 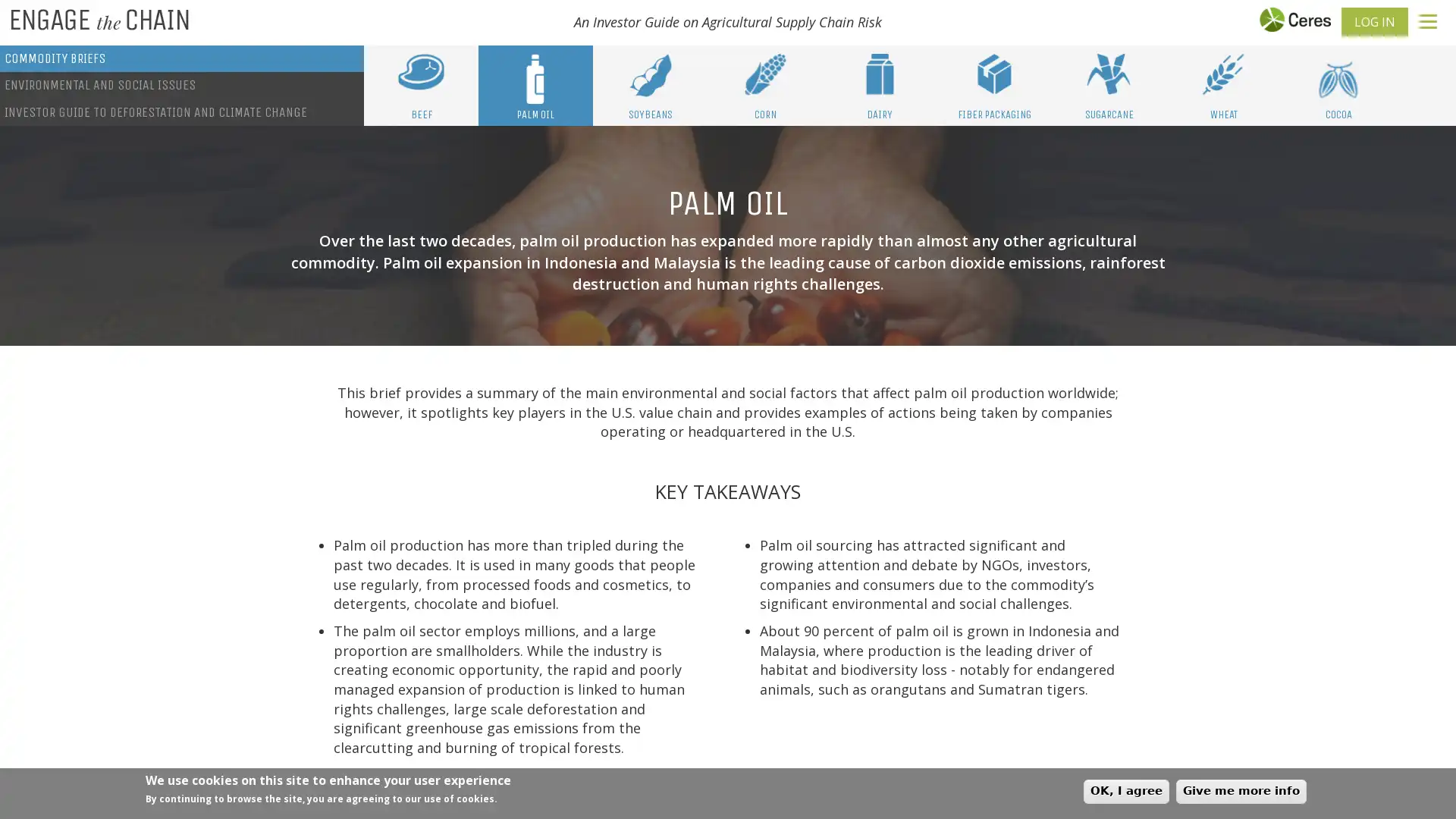 What do you see at coordinates (1427, 21) in the screenshot?
I see `Toggle navigation` at bounding box center [1427, 21].